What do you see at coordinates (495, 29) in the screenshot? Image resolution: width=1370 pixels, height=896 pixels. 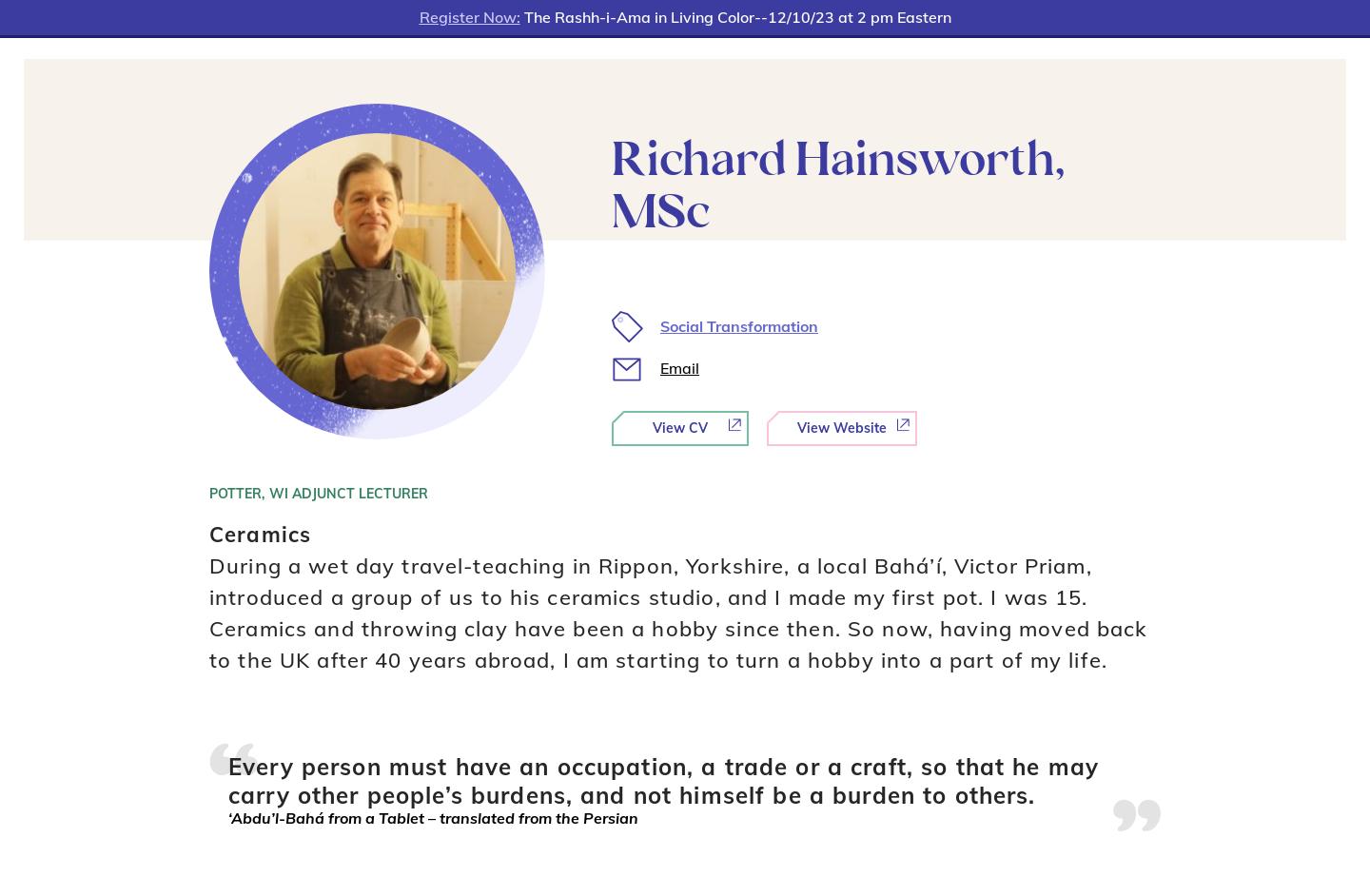 I see `'Academics'` at bounding box center [495, 29].